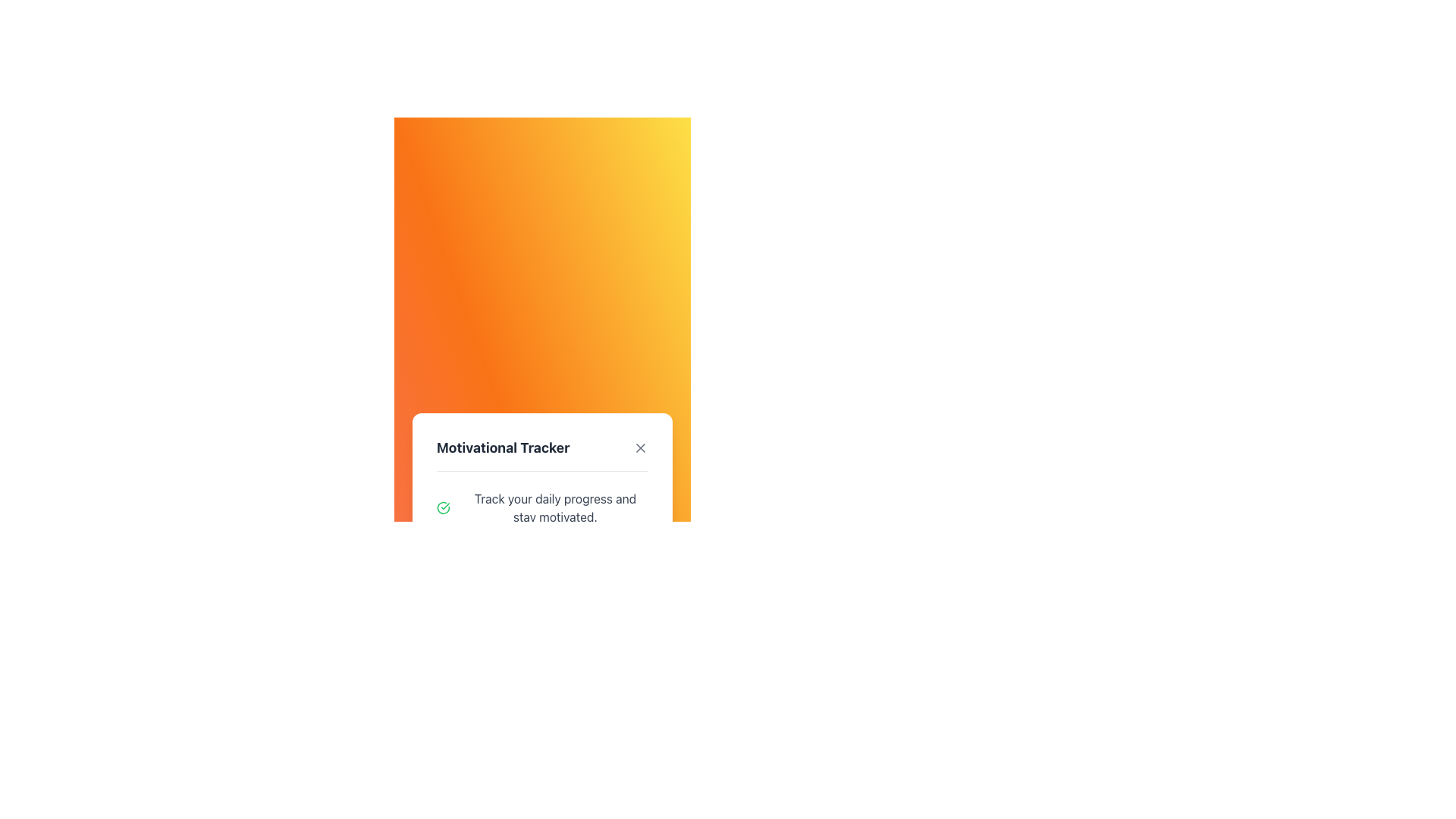 This screenshot has height=819, width=1456. I want to click on the text displaying 'Track your daily progress and stay motivated.' located in the 'Motivational Tracker' card, positioned below the card title and to the right of a green check icon, so click(554, 507).